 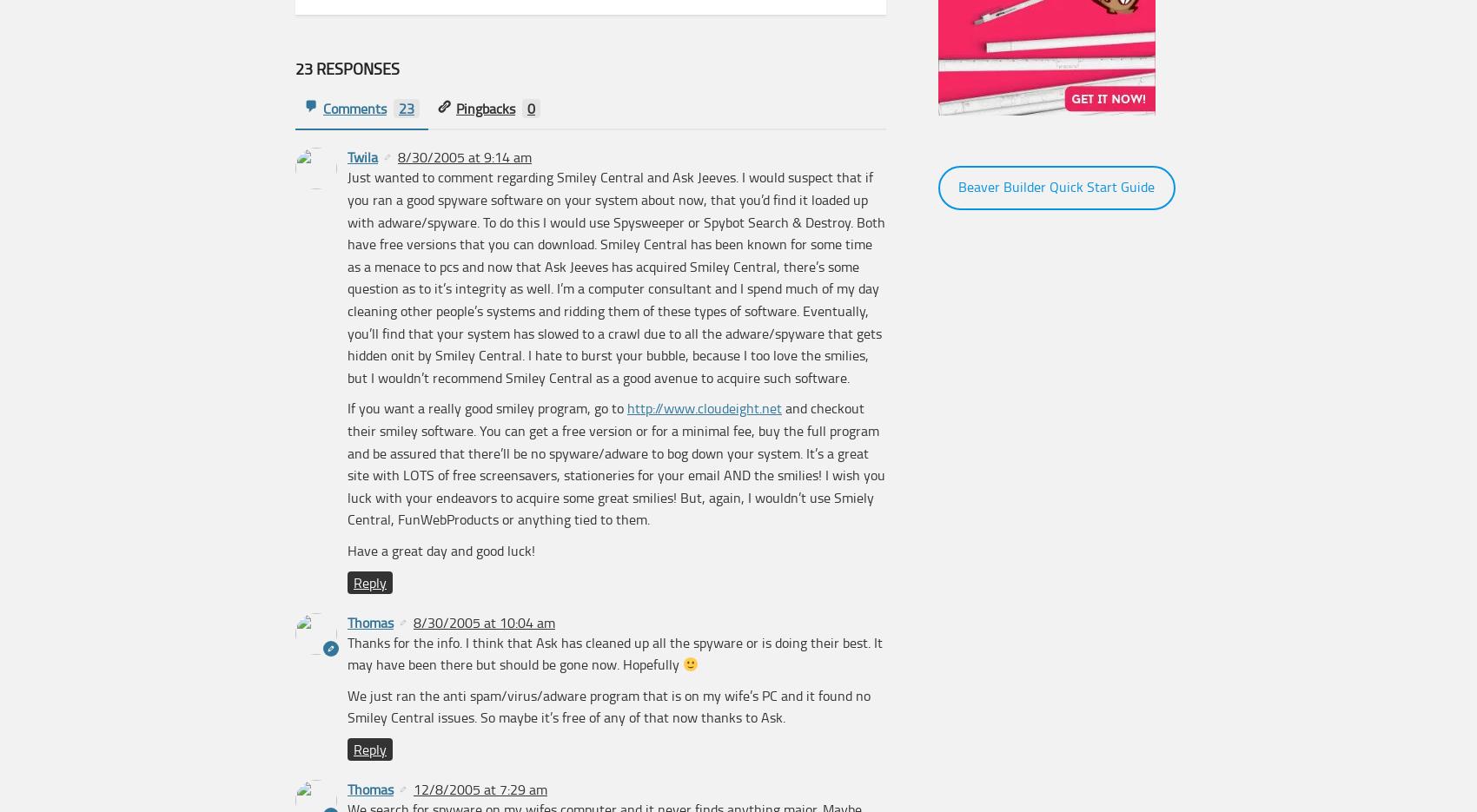 I want to click on 'Pingbacks', so click(x=484, y=106).